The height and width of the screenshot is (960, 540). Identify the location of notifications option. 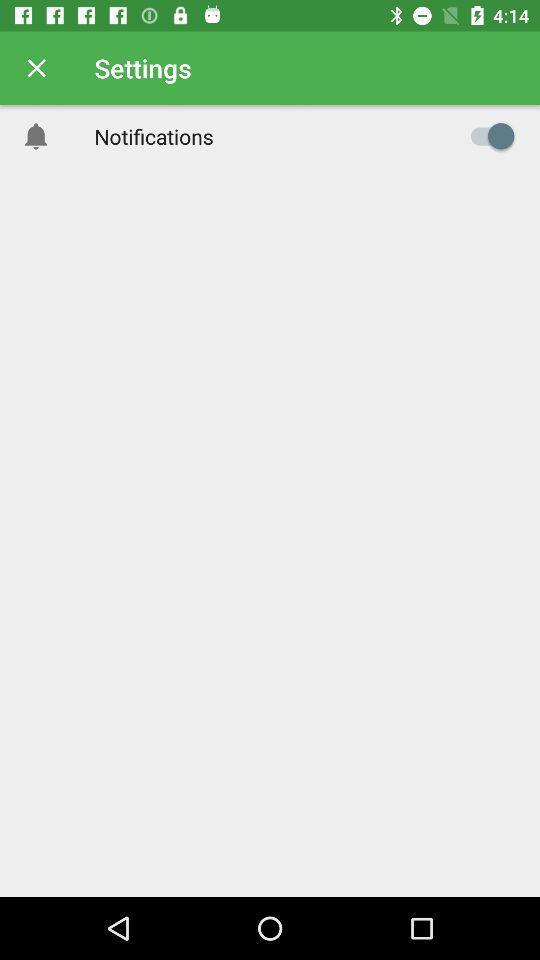
(486, 135).